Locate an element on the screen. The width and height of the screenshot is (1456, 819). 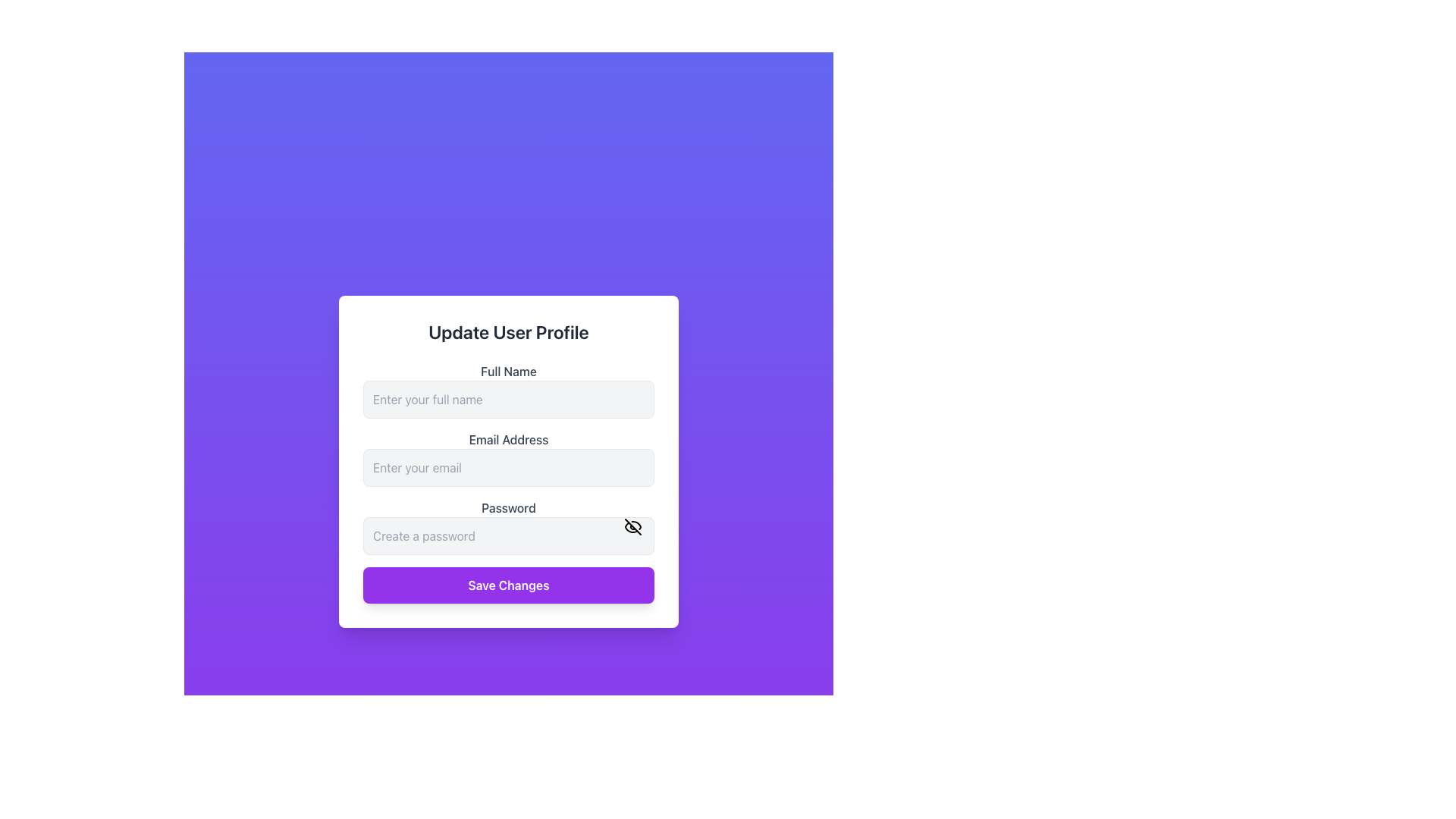
the 'eye' icon button for hiding password functionality located at the right end of the password input field is located at coordinates (631, 526).